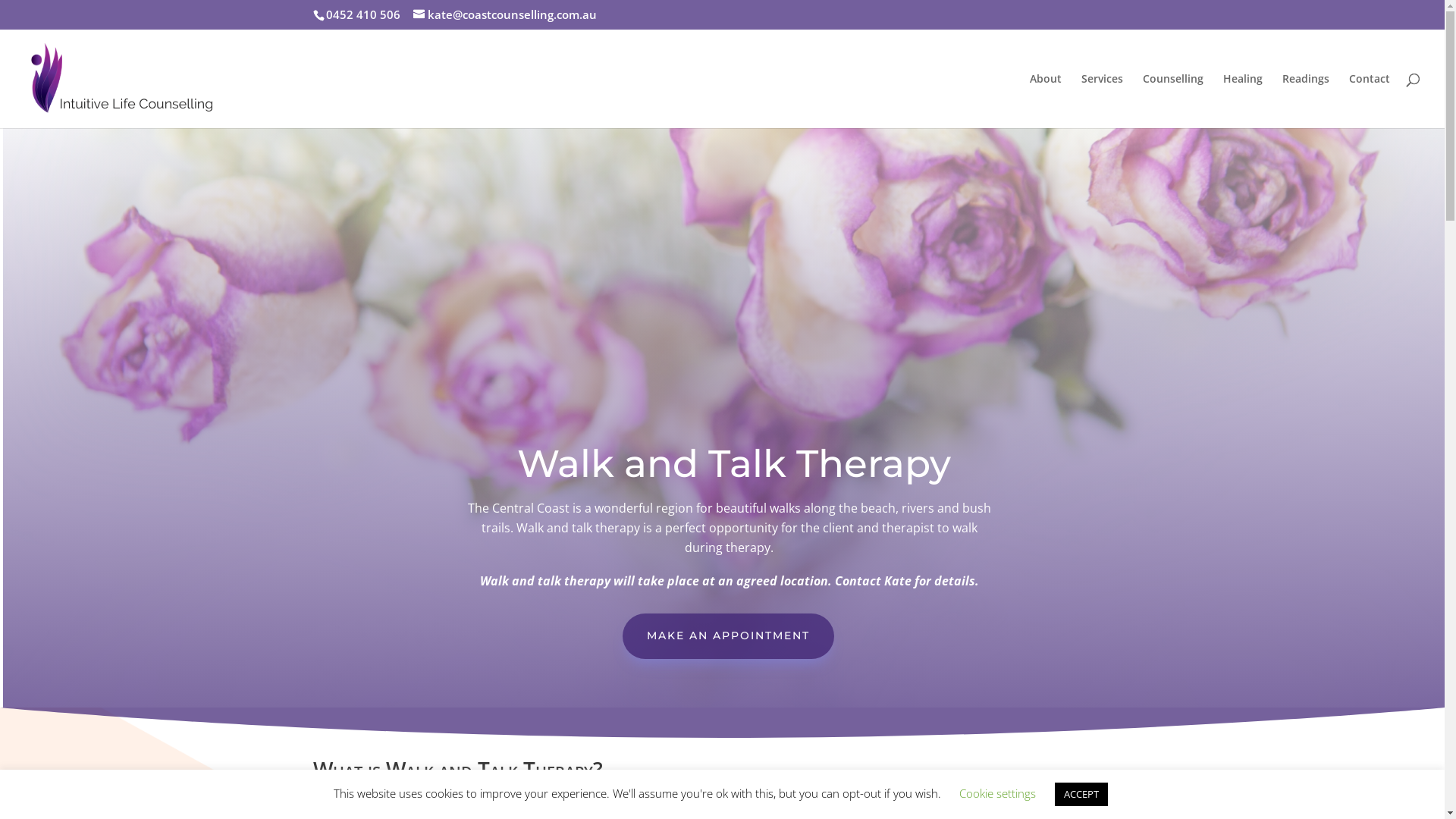  What do you see at coordinates (1080, 793) in the screenshot?
I see `'ACCEPT'` at bounding box center [1080, 793].